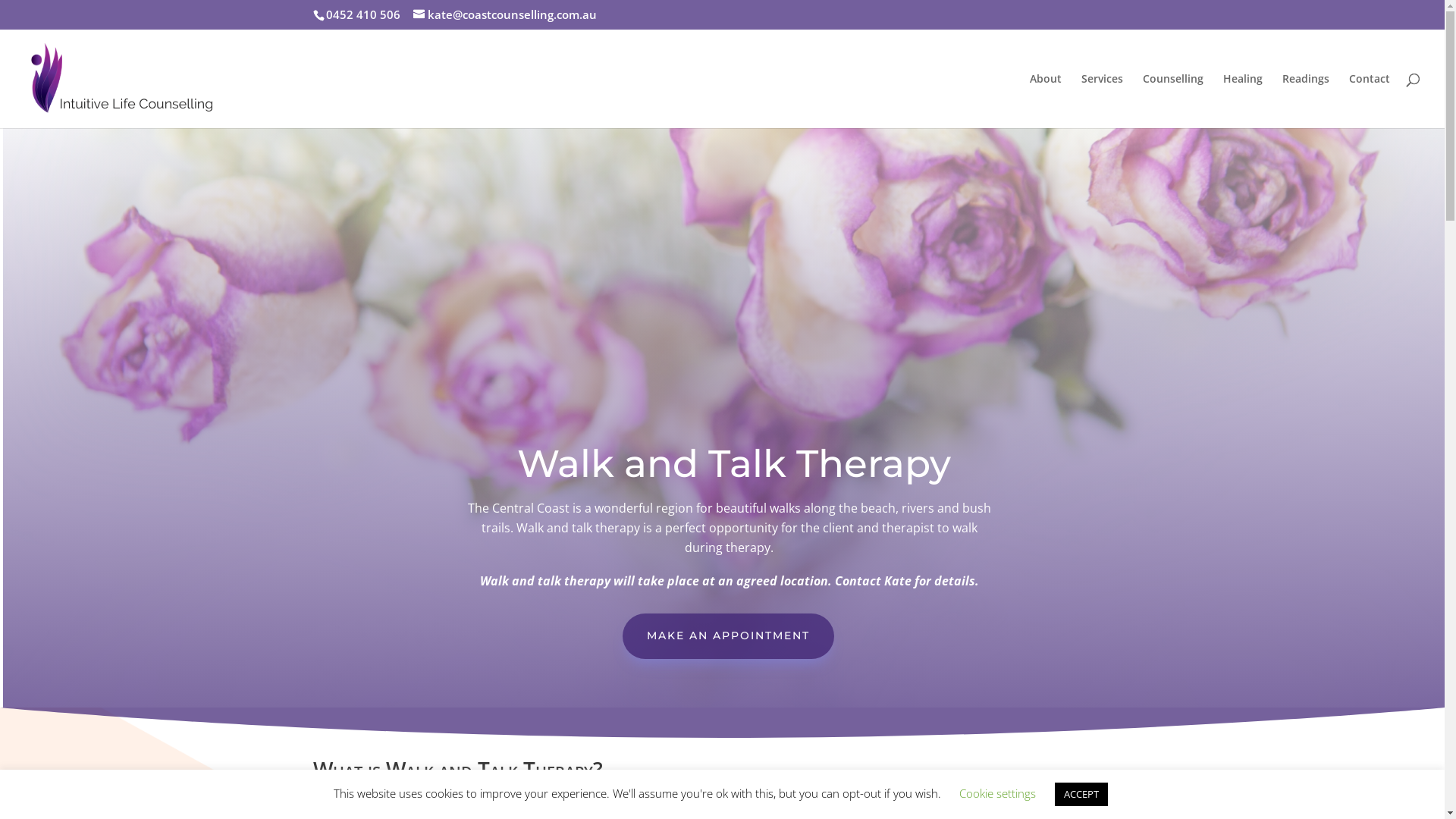  What do you see at coordinates (1080, 793) in the screenshot?
I see `'ACCEPT'` at bounding box center [1080, 793].